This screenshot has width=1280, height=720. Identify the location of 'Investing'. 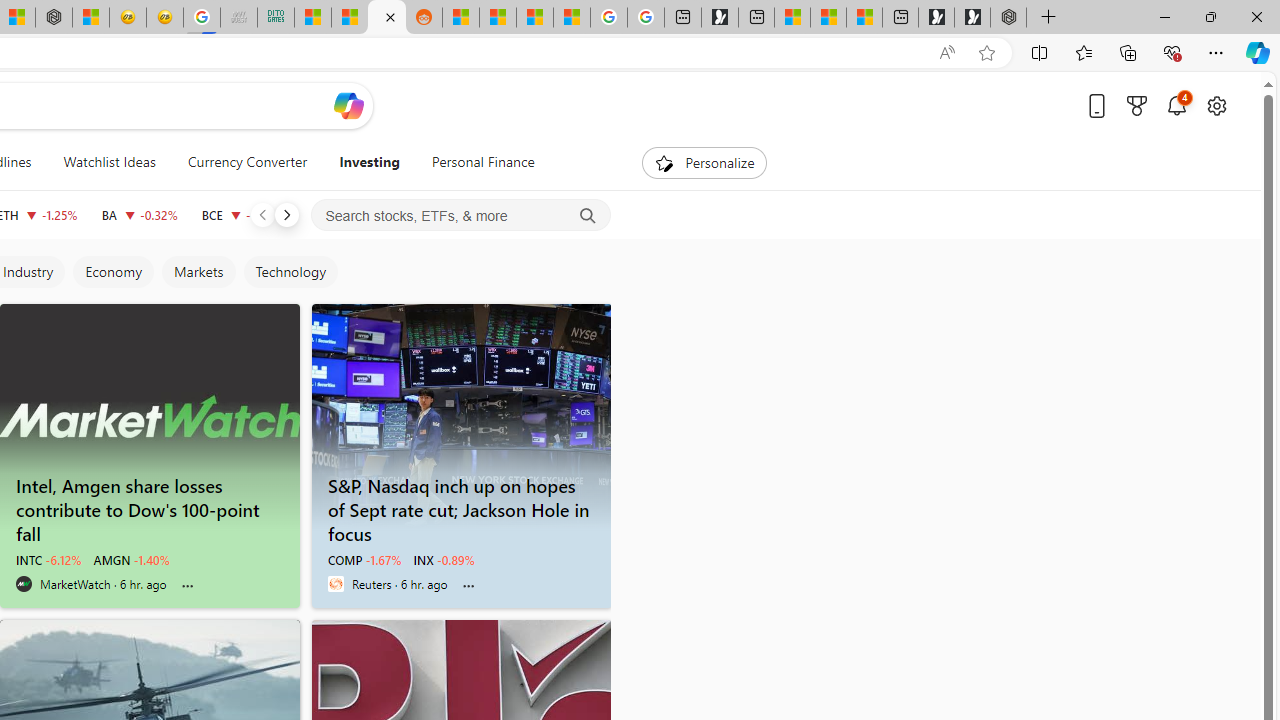
(369, 162).